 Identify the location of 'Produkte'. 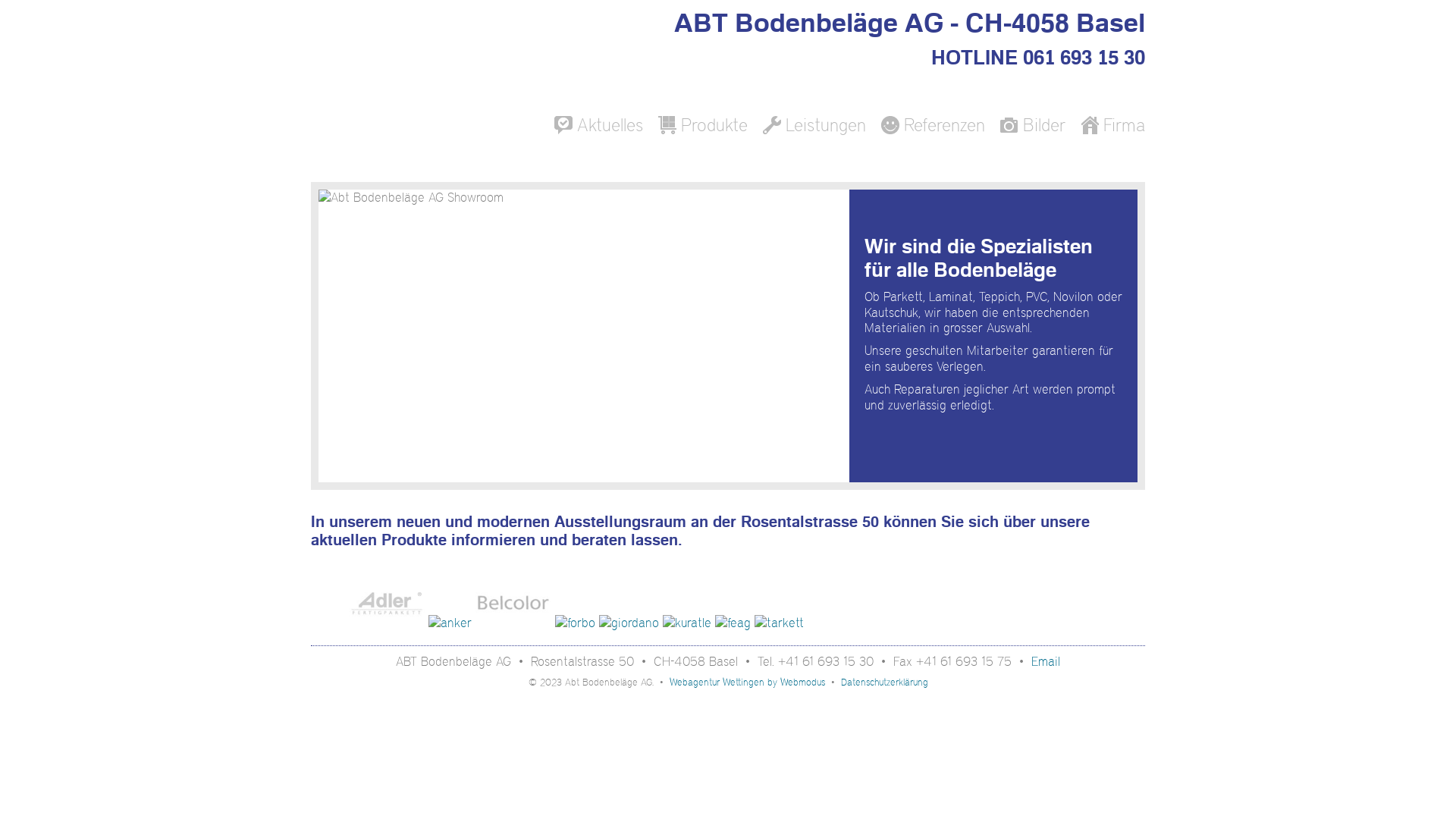
(701, 124).